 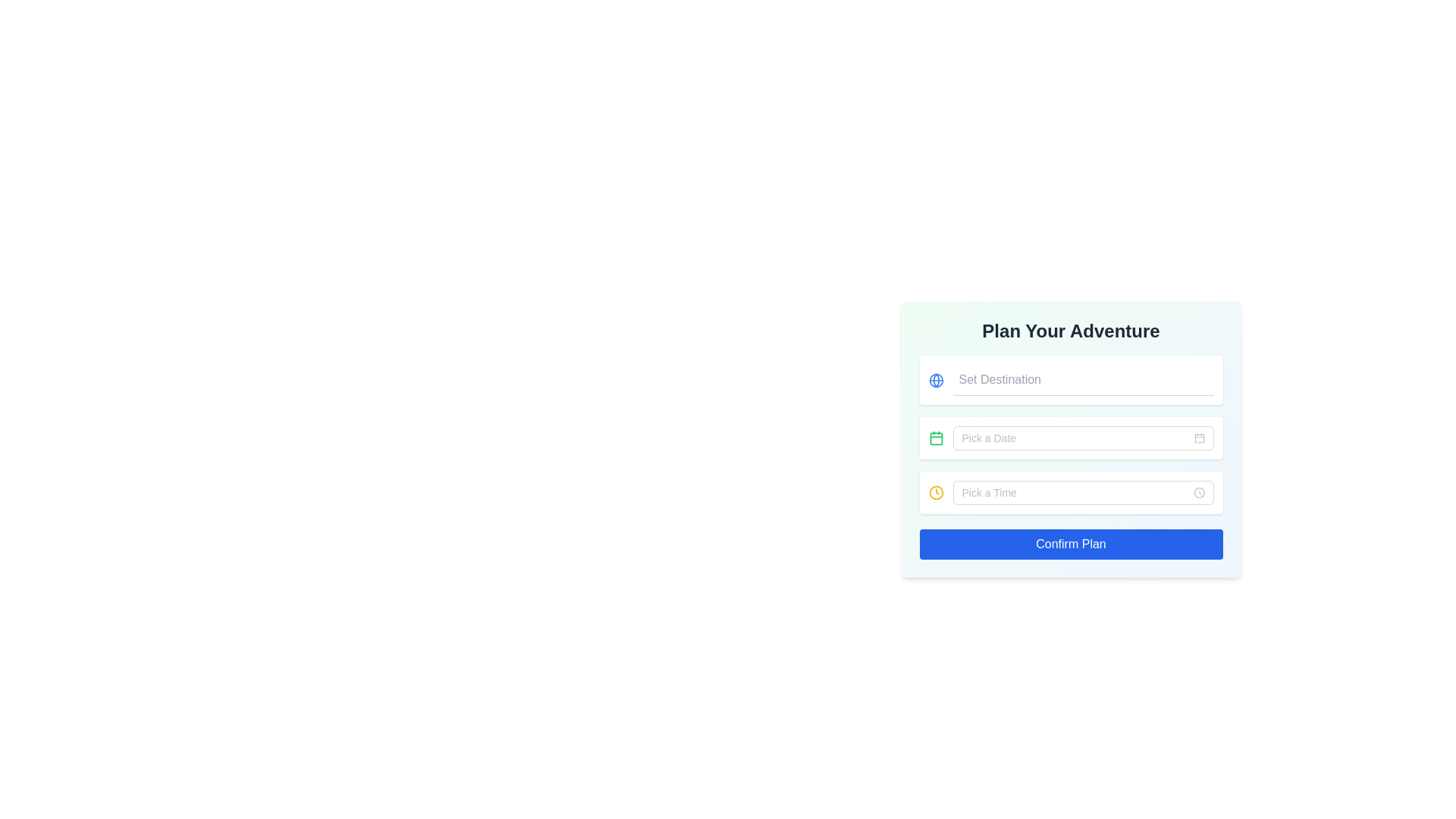 I want to click on the large blue 'Confirm Plan' button, so click(x=1070, y=543).